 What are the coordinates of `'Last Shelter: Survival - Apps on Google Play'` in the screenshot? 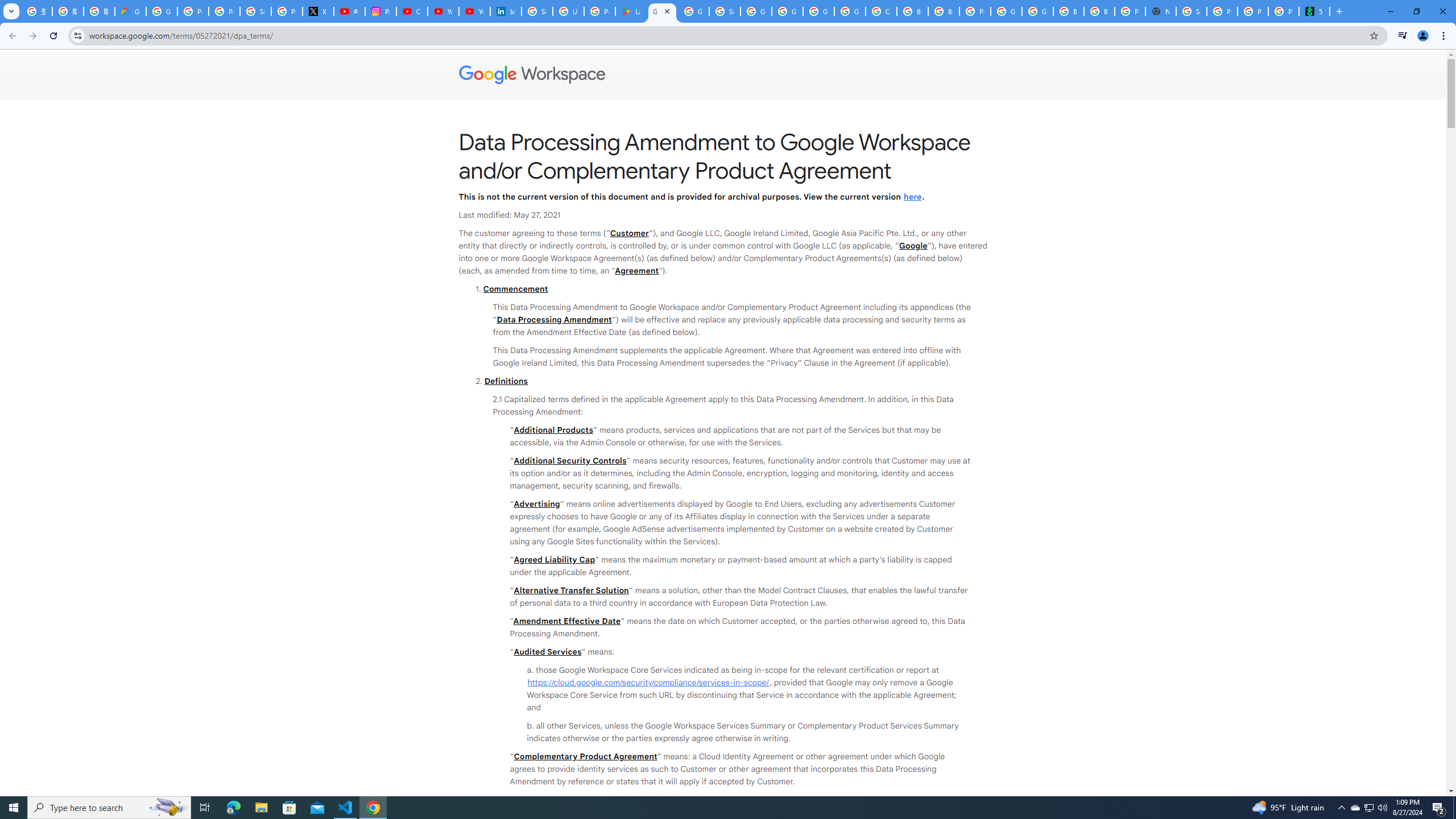 It's located at (630, 11).